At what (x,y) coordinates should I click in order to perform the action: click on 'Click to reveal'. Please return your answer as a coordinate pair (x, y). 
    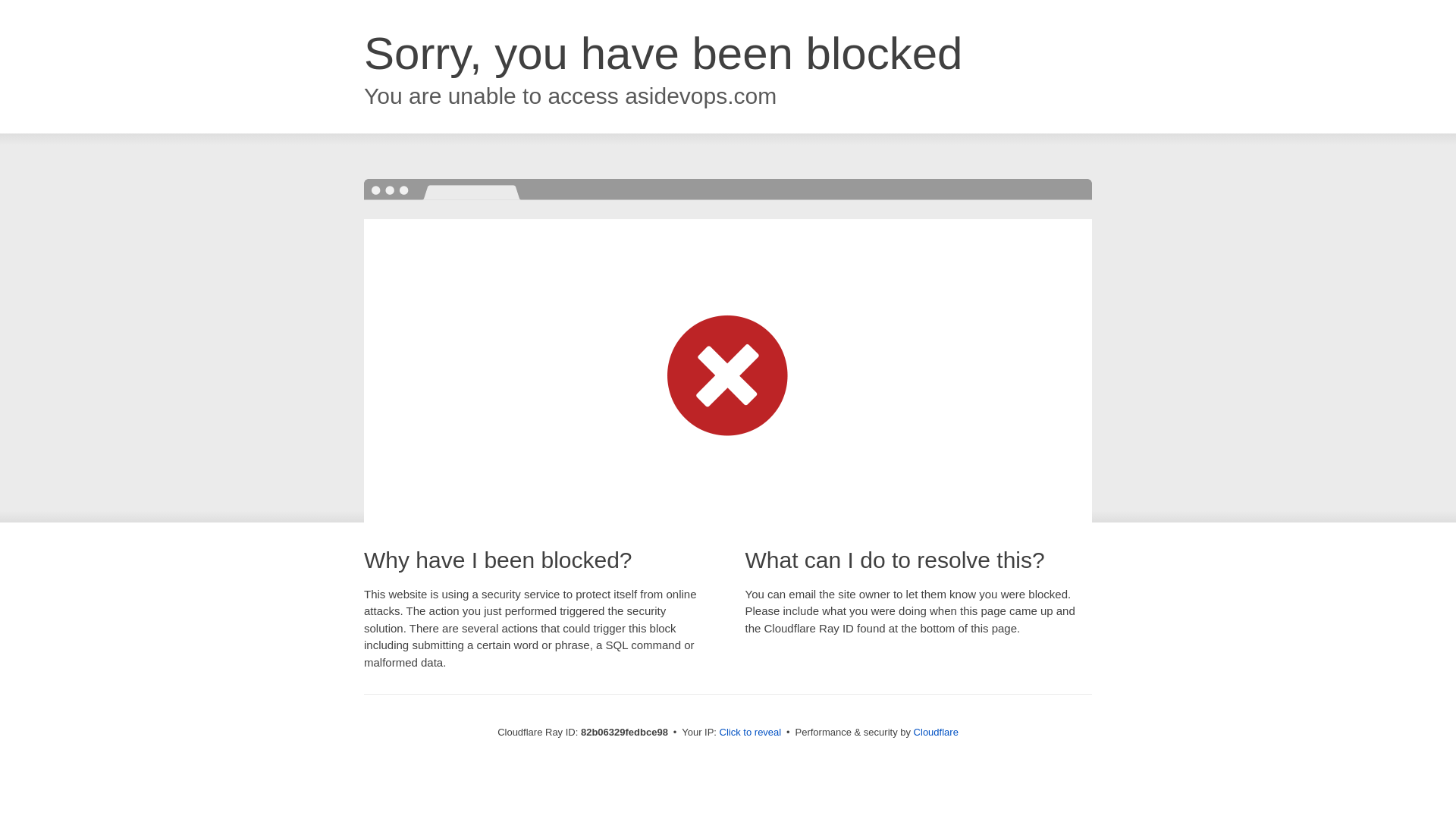
    Looking at the image, I should click on (750, 731).